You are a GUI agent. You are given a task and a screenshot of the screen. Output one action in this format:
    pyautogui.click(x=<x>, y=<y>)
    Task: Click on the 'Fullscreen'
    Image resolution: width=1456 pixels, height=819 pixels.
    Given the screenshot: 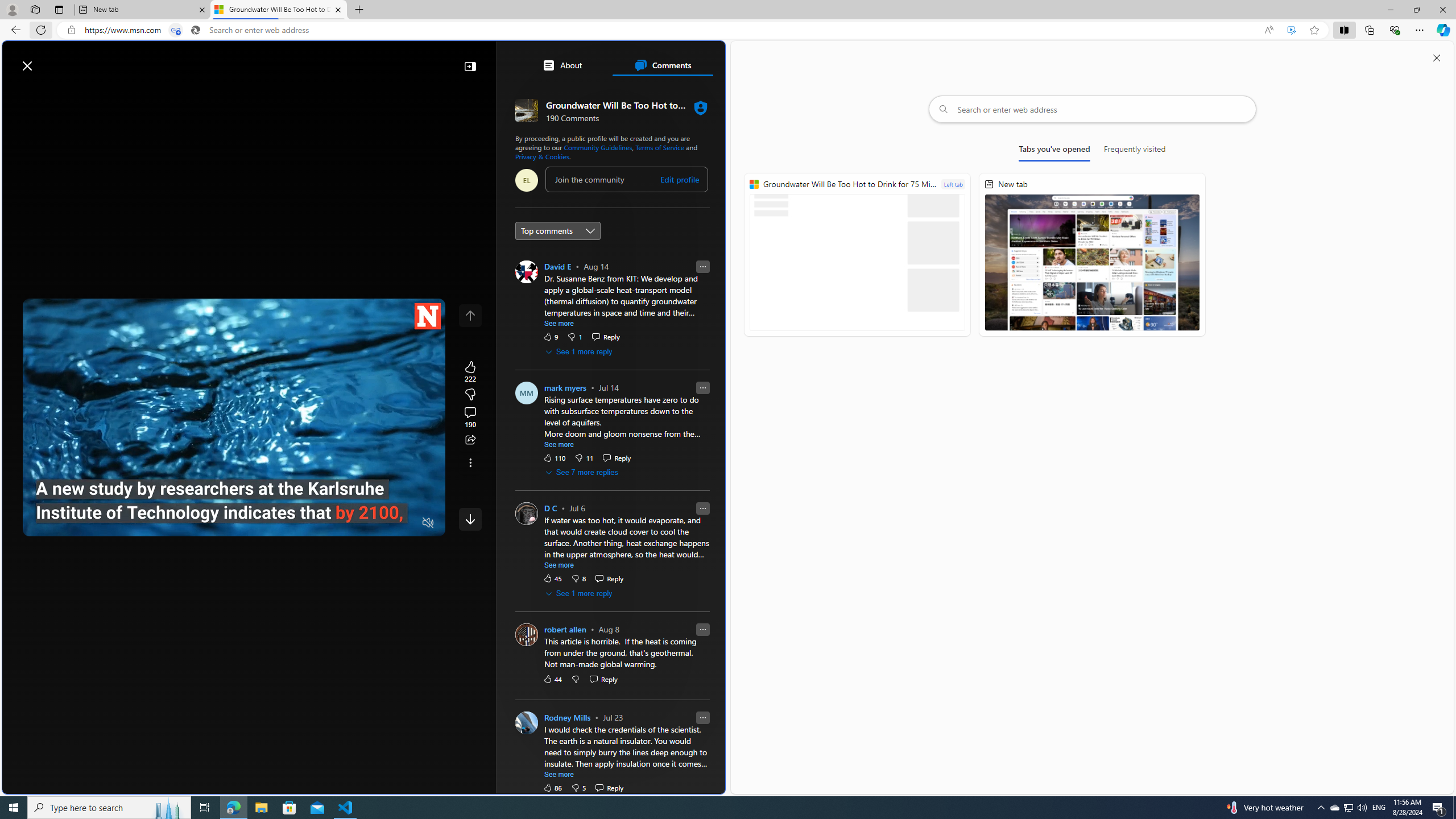 What is the action you would take?
    pyautogui.click(x=406, y=523)
    